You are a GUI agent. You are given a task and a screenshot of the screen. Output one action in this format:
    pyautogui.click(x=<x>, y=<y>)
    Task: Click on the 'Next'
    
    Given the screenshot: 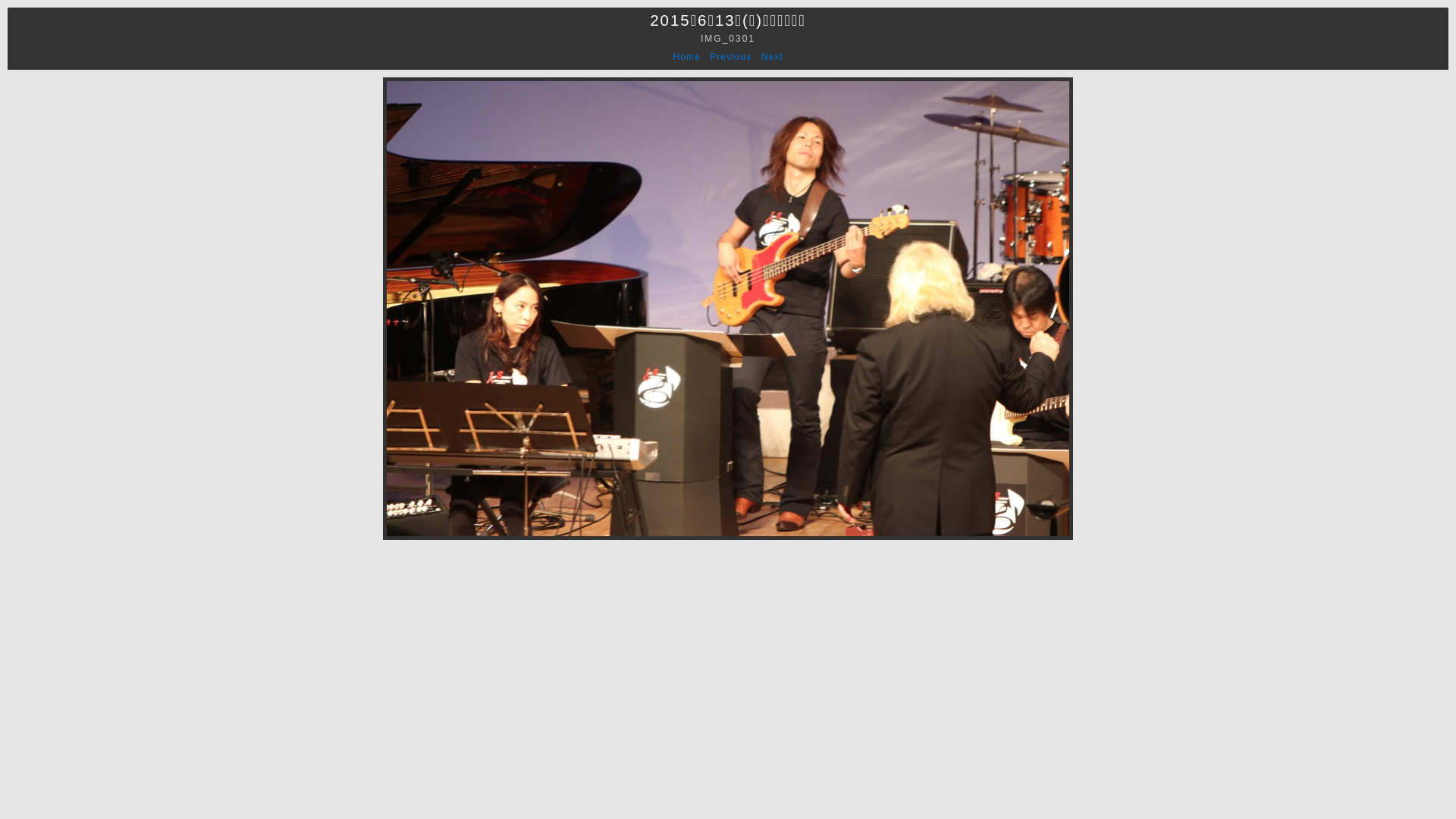 What is the action you would take?
    pyautogui.click(x=761, y=55)
    